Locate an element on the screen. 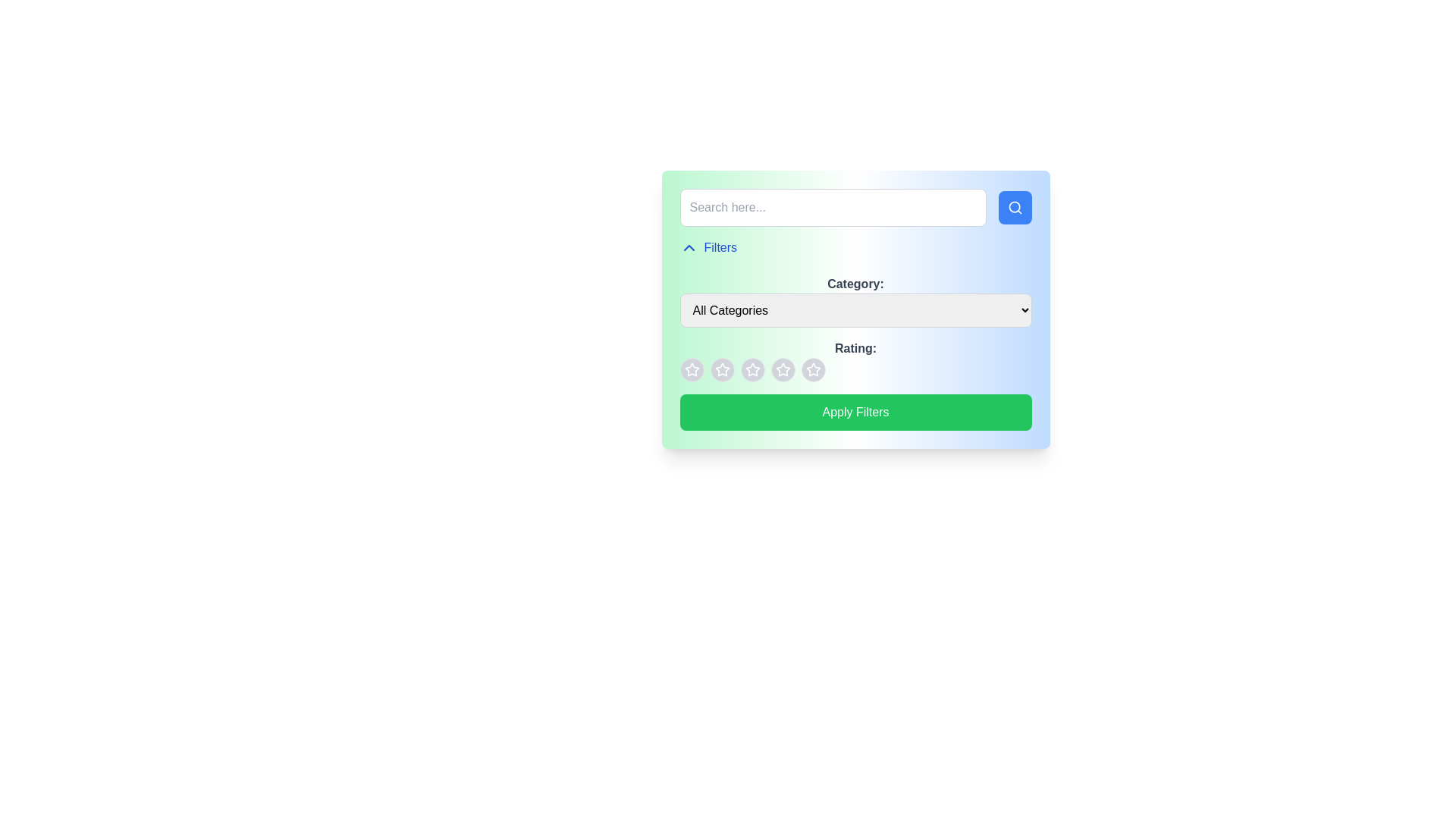 This screenshot has width=1456, height=819. the magnifying glass-shaped icon within the blue rounded rectangular button at the top-right corner of the search interface to initiate a search is located at coordinates (1015, 207).